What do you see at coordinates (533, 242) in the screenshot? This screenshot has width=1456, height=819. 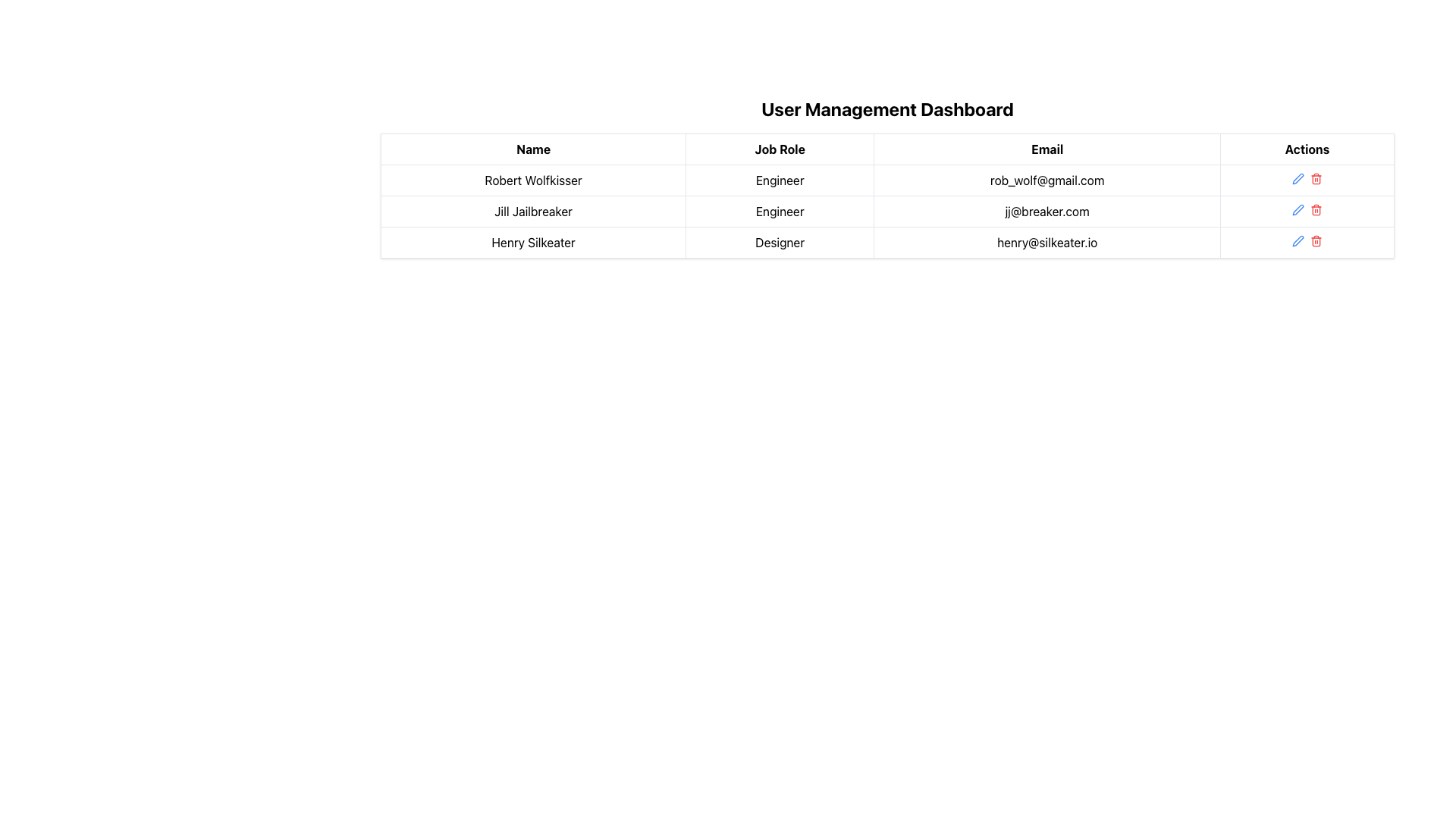 I see `the Static Text Label displaying the associated user's name in the 'Name' column of the table, located in the third row adjacent to 'Designer' and 'henry@silkeater.io'` at bounding box center [533, 242].